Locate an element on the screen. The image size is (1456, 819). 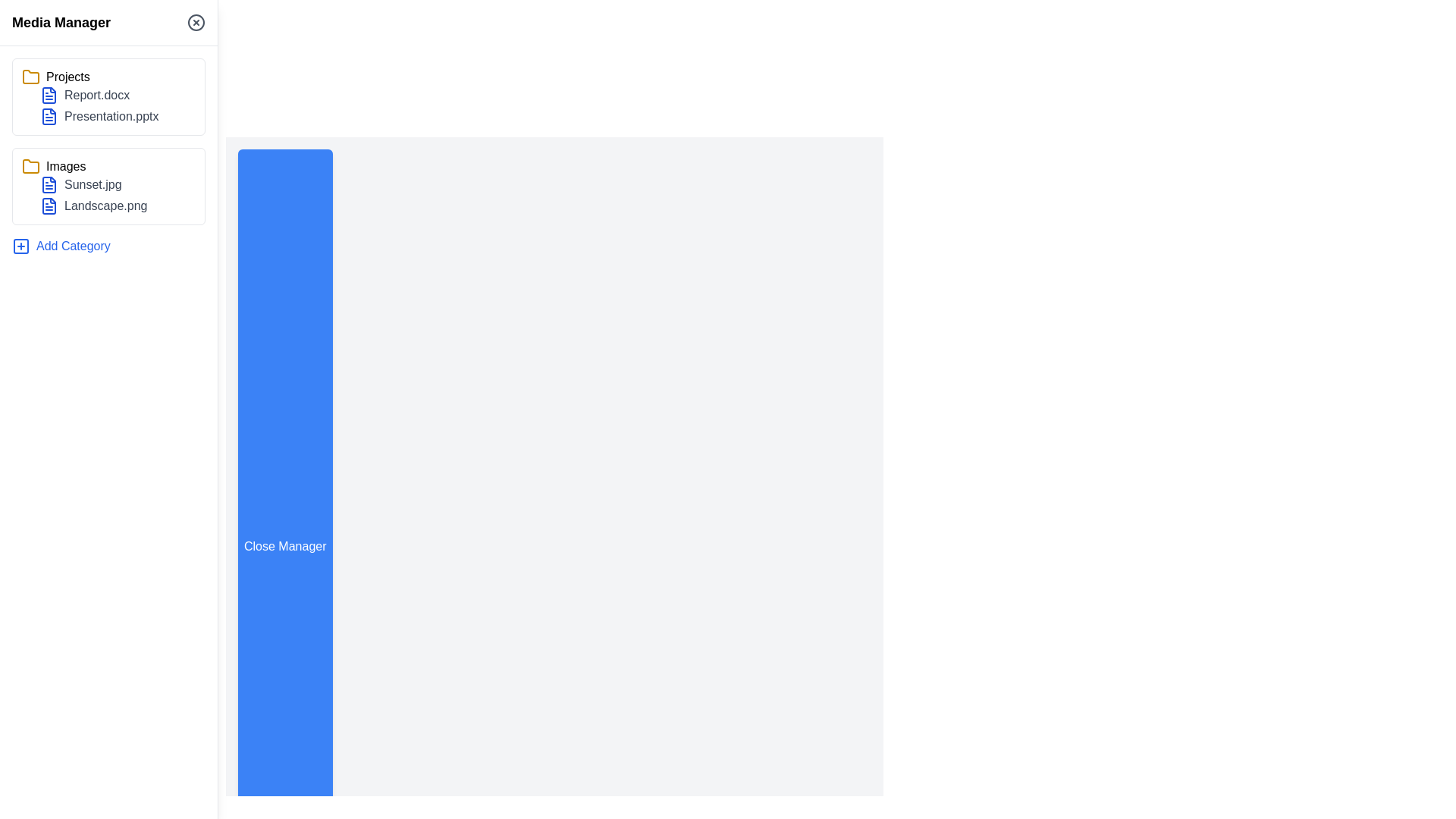
the document icon for 'Sunset.jpg' located in the left sidebar under the 'Images' folder is located at coordinates (49, 184).